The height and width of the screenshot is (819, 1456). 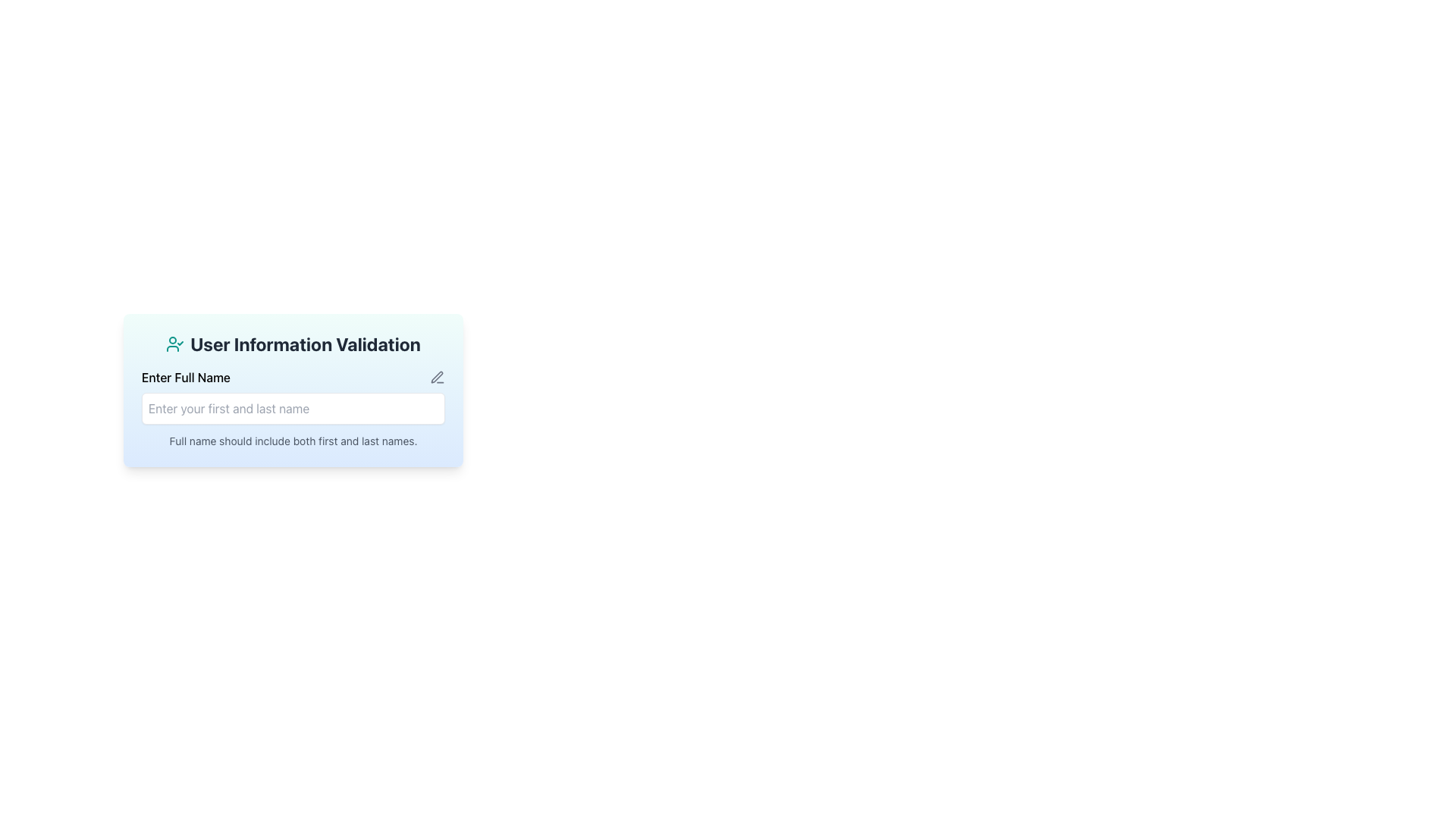 I want to click on instruction text that states 'Full name should include both first and last names.' located directly below the name input field in the 'User Information Validation' card, so click(x=293, y=441).